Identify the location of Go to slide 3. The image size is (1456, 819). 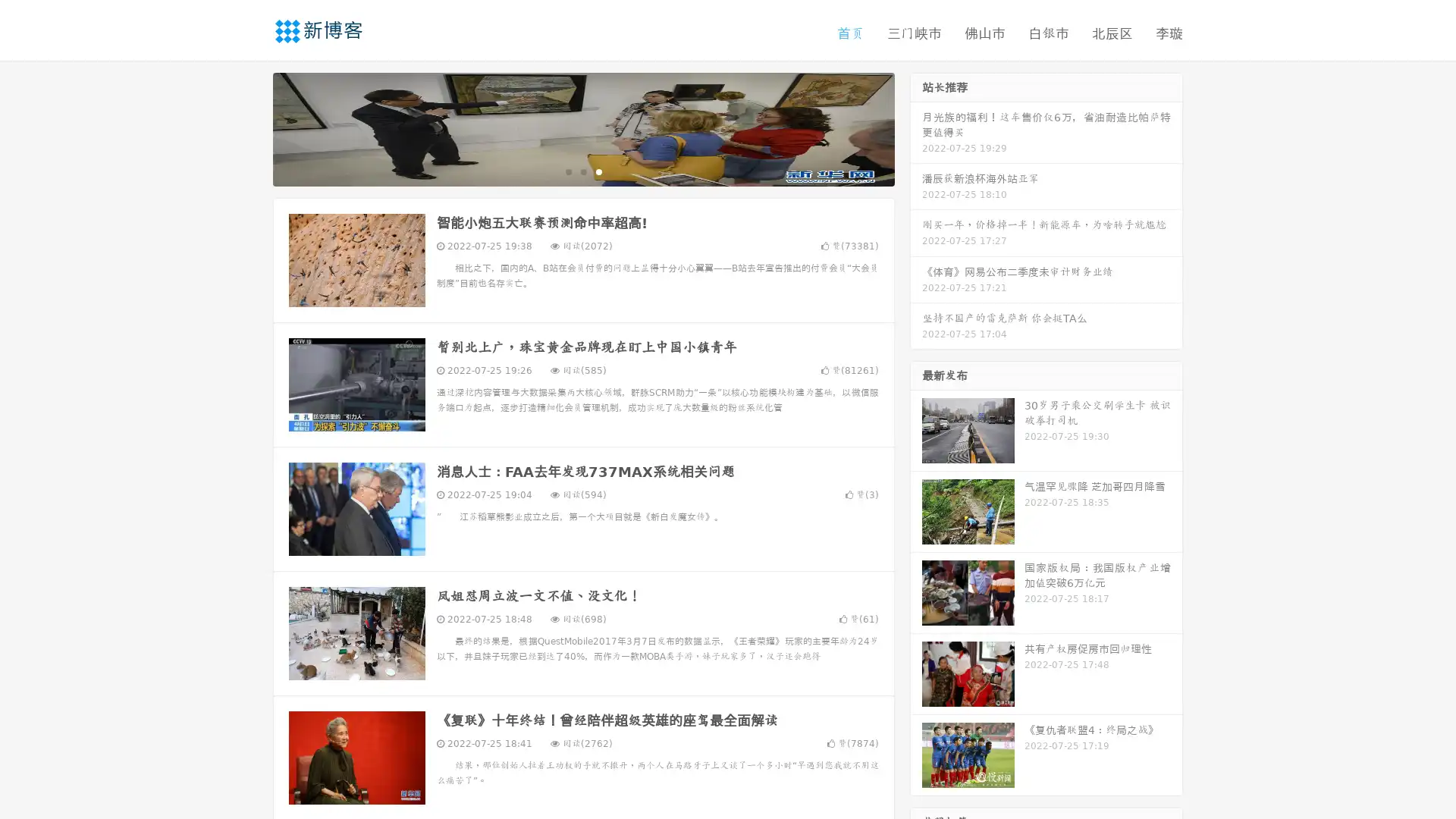
(598, 171).